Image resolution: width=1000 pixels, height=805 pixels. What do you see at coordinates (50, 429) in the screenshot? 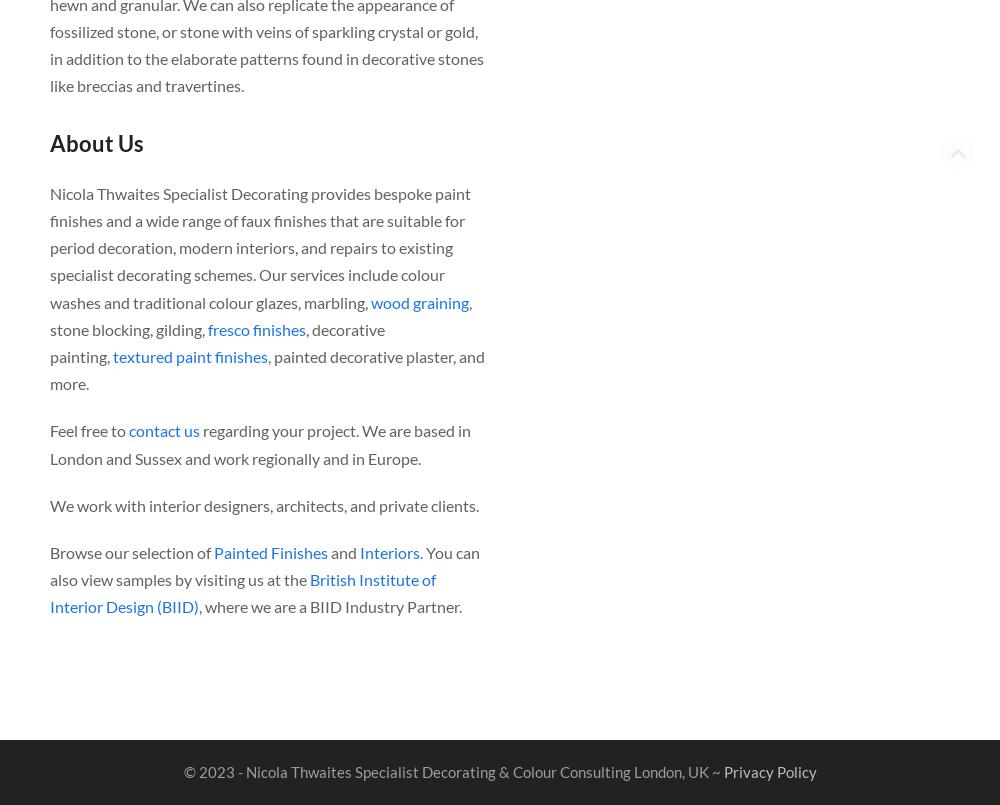
I see `'Feel free to'` at bounding box center [50, 429].